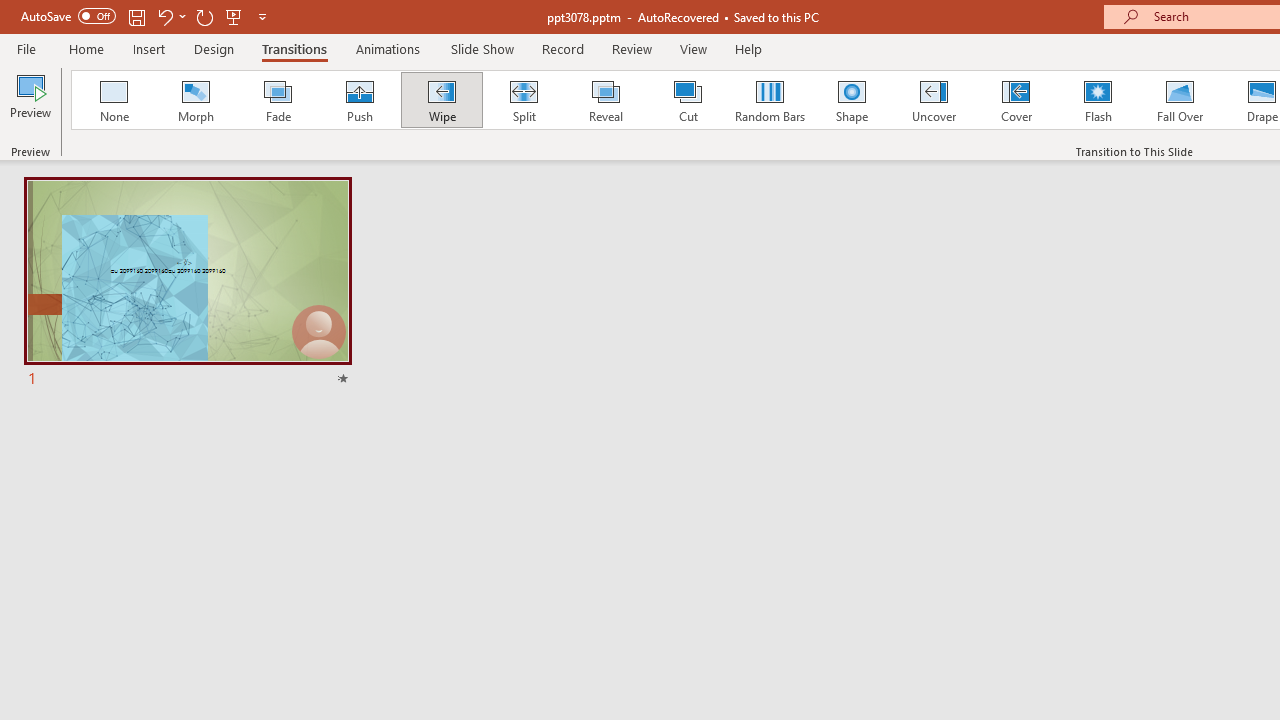 The width and height of the screenshot is (1280, 720). What do you see at coordinates (1097, 100) in the screenshot?
I see `'Flash'` at bounding box center [1097, 100].